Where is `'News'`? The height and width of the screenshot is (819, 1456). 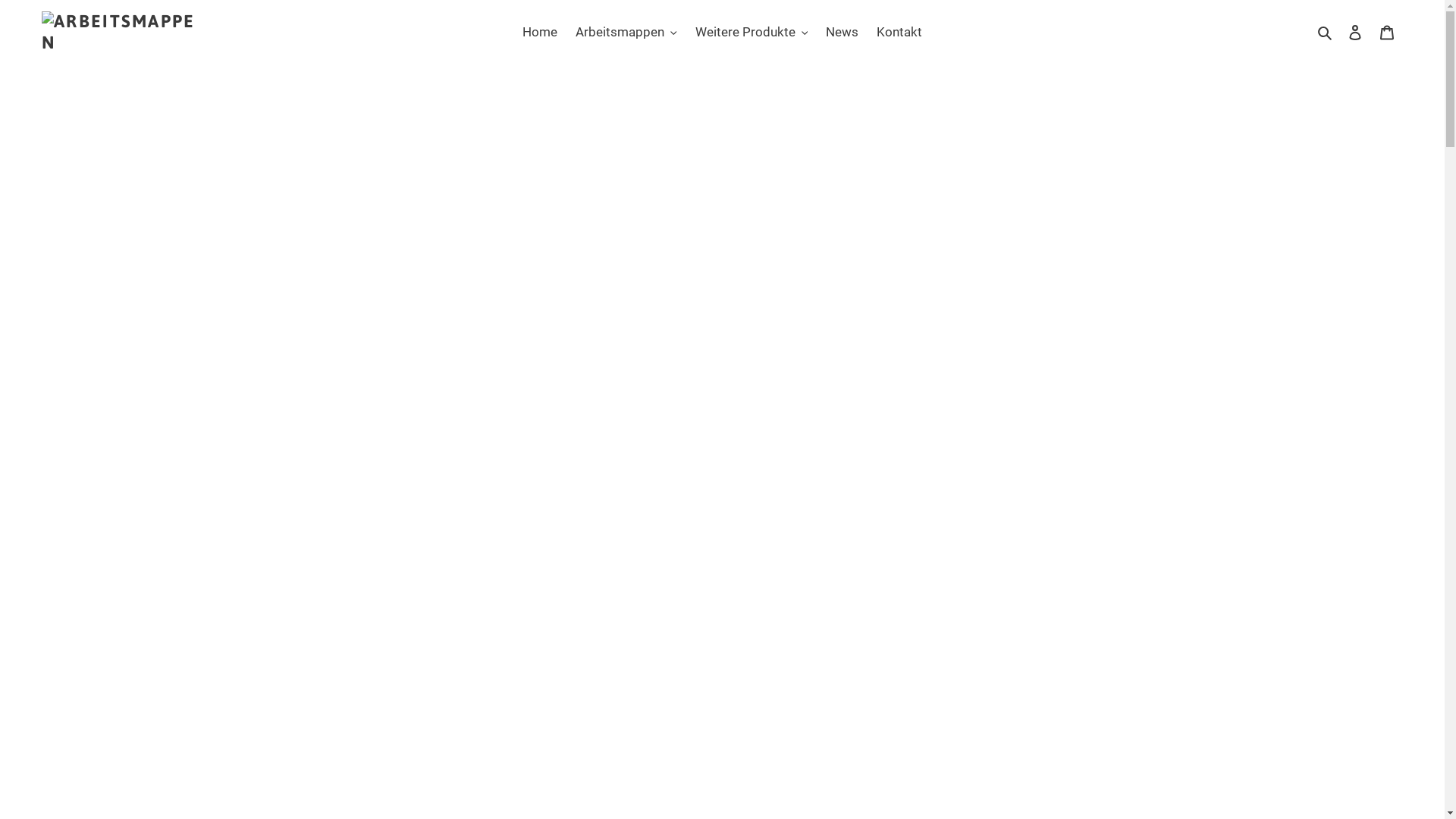
'News' is located at coordinates (841, 32).